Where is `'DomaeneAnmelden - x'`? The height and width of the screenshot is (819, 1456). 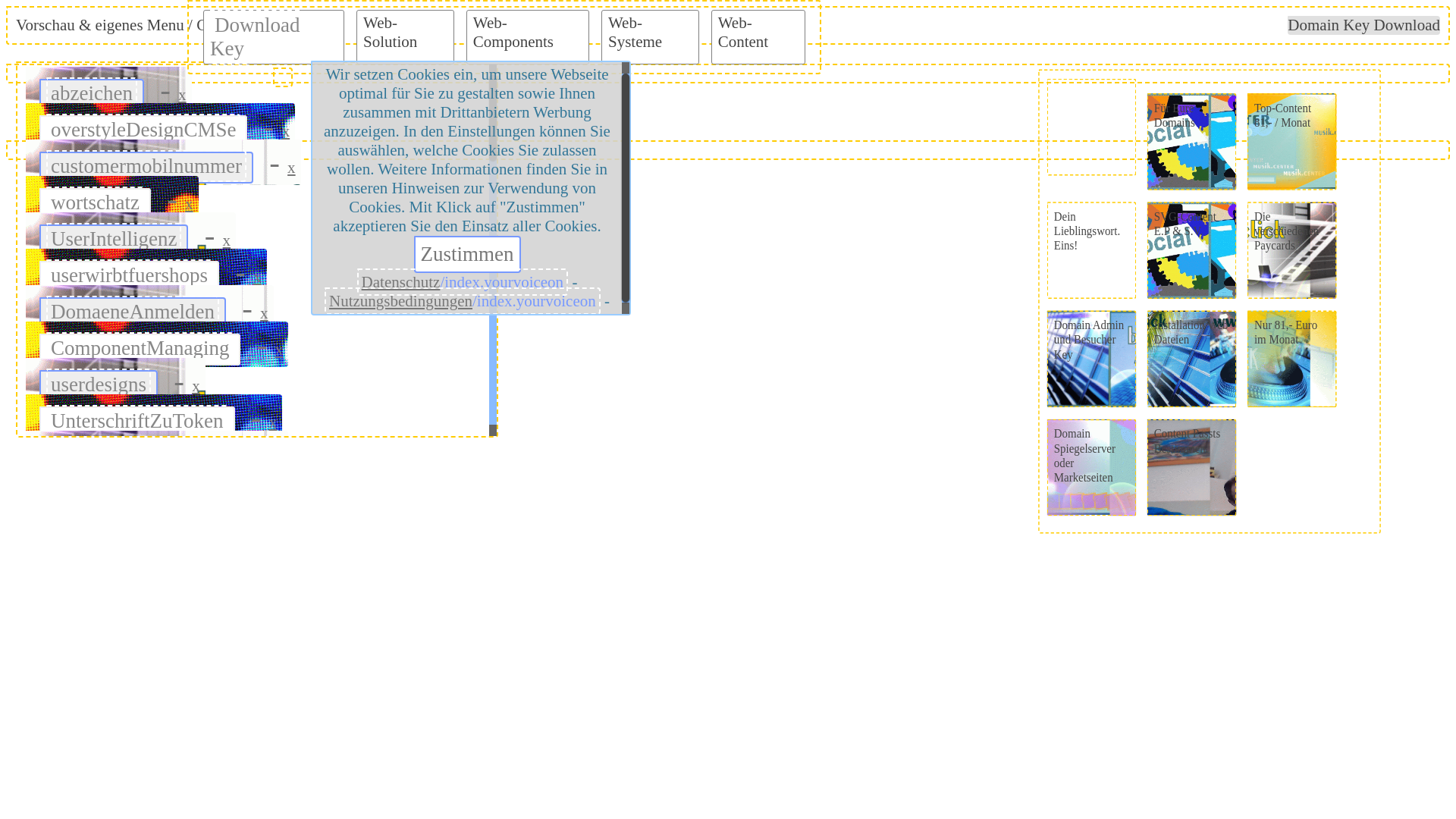 'DomaeneAnmelden - x' is located at coordinates (149, 307).